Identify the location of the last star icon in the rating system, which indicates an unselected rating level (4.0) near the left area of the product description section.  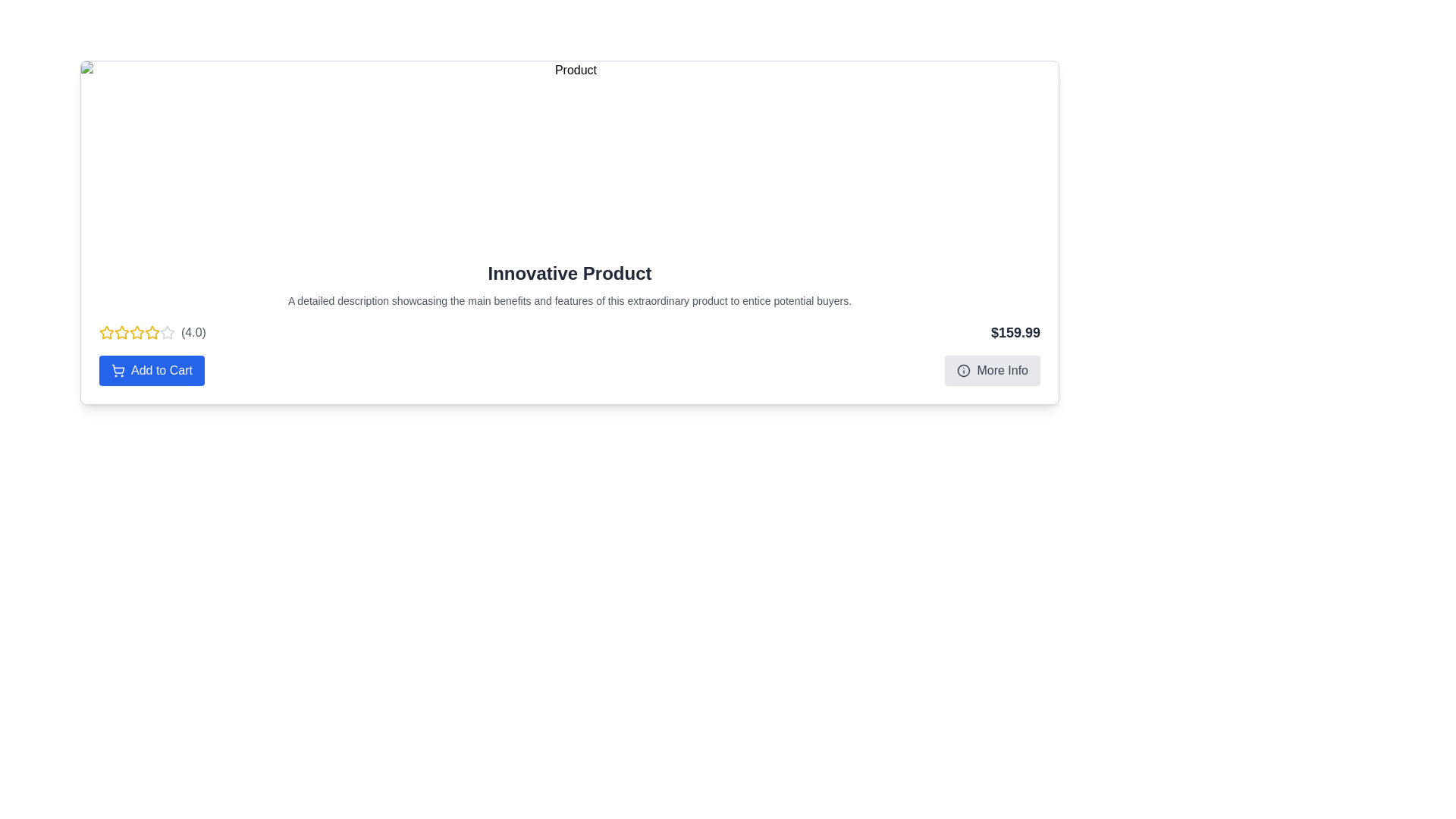
(167, 332).